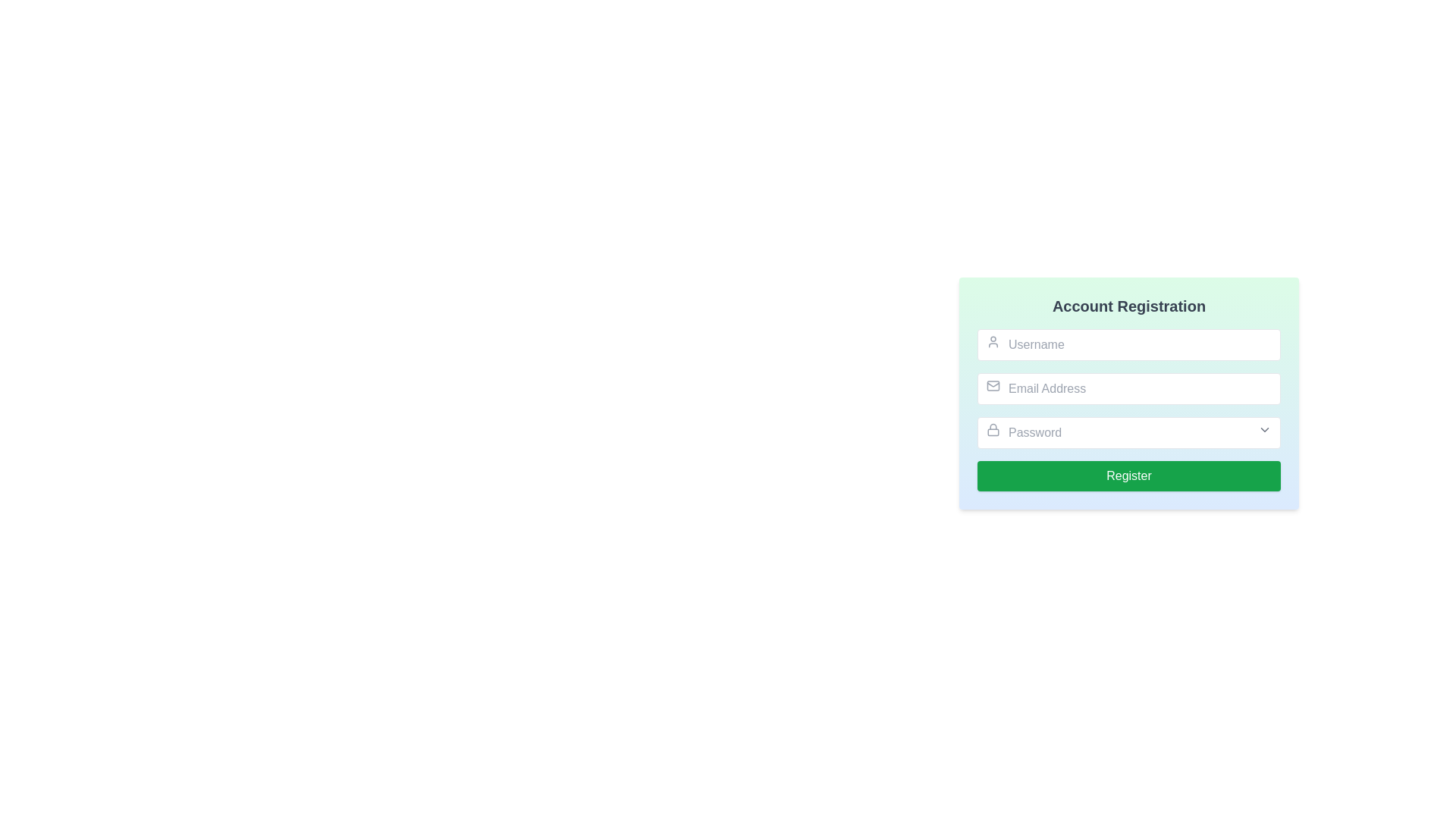  What do you see at coordinates (1128, 475) in the screenshot?
I see `the submission button located at the bottom of the registration form` at bounding box center [1128, 475].